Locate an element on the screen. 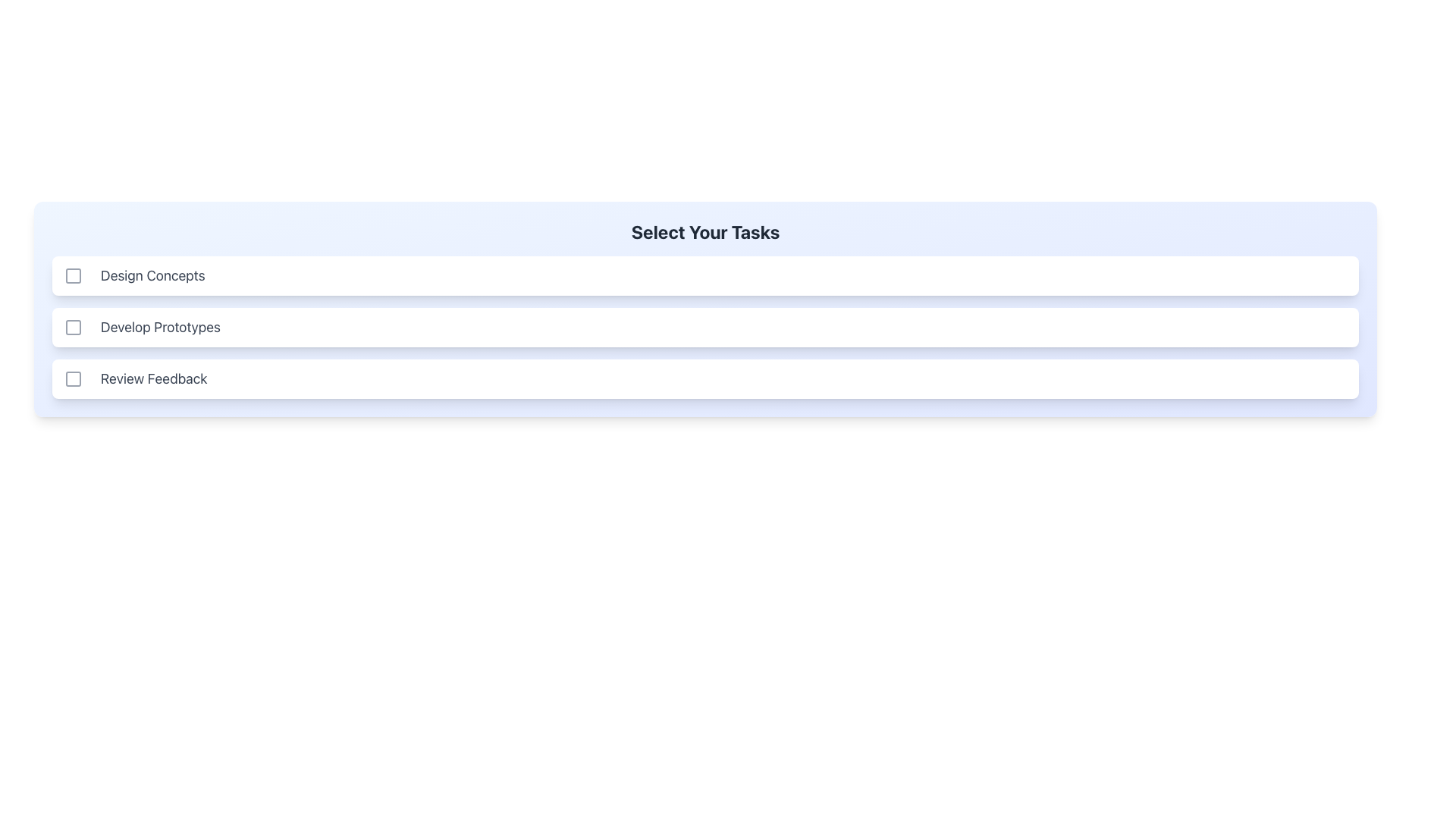 This screenshot has width=1456, height=819. the descriptive text label located in the second row of the task list, positioned between 'Design Concepts' and 'Review Feedback', aligned to the right of the checkbox is located at coordinates (160, 327).